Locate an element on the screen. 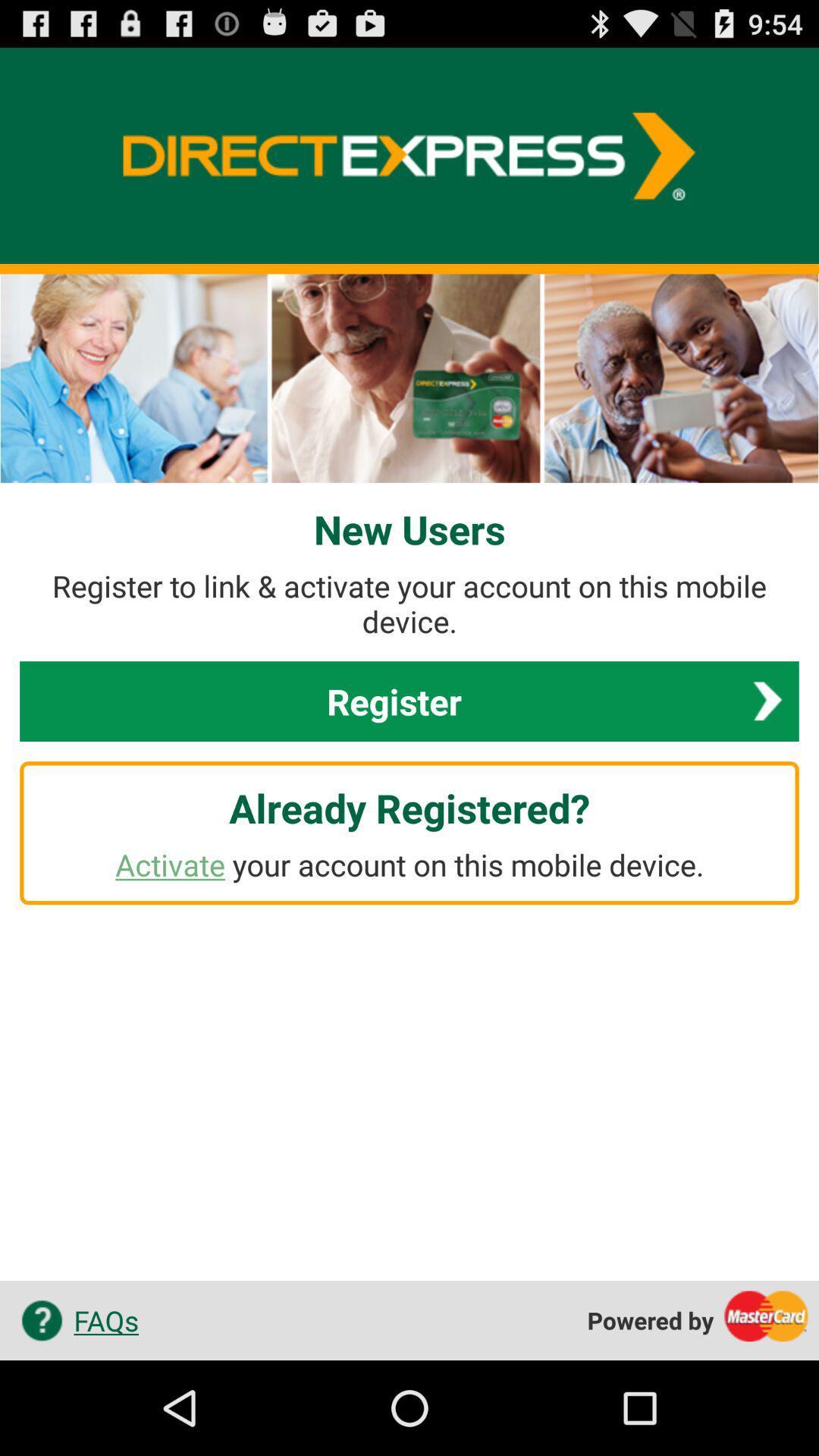  the icon below the activate your account app is located at coordinates (74, 1319).